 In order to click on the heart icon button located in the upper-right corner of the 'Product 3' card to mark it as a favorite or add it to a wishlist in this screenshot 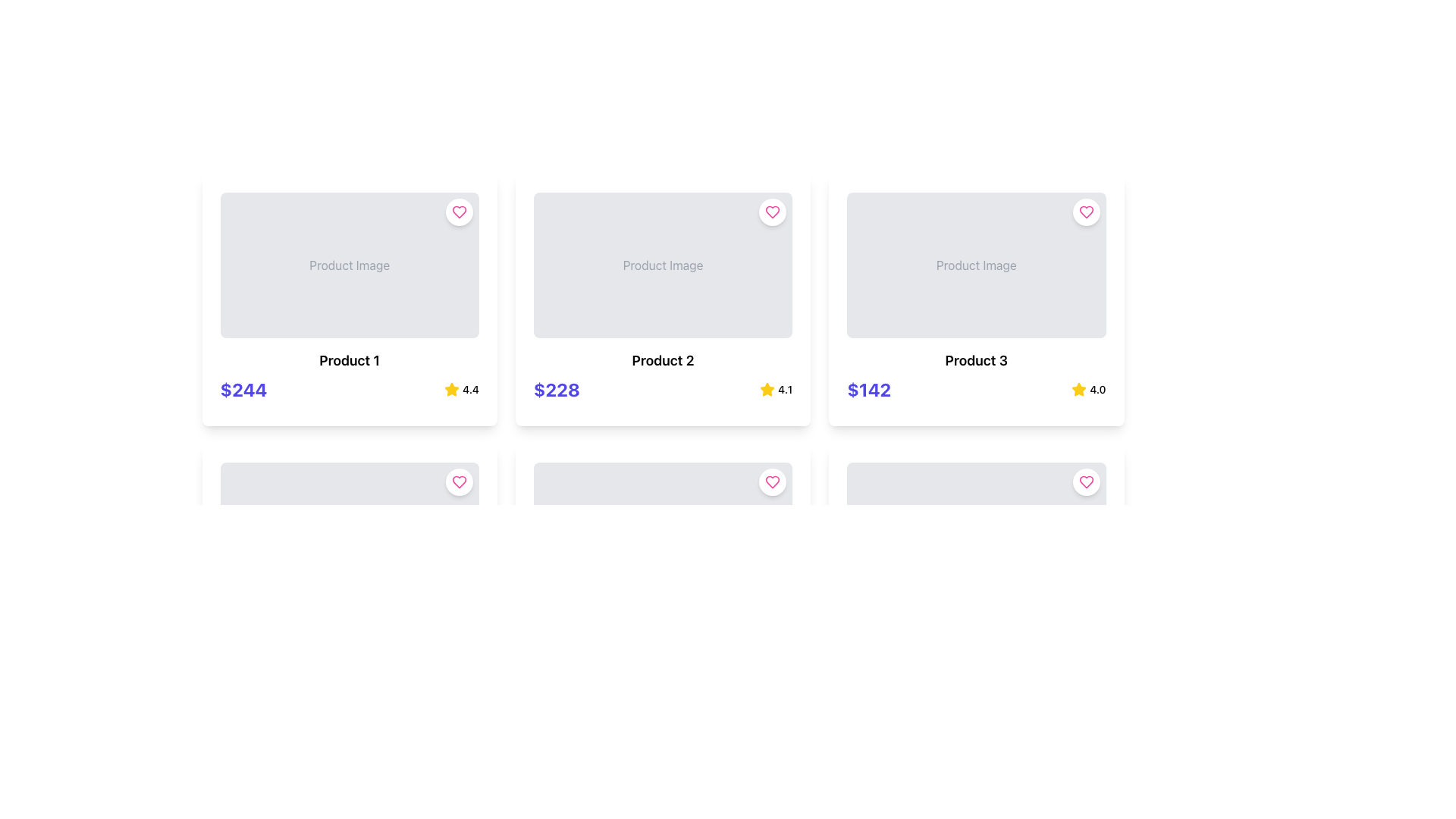, I will do `click(1085, 482)`.